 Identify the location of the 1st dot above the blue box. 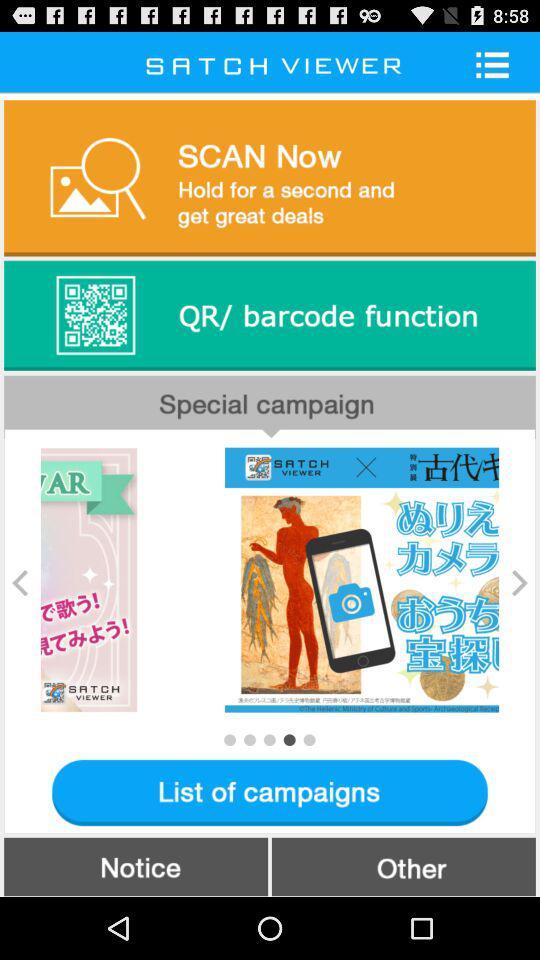
(228, 738).